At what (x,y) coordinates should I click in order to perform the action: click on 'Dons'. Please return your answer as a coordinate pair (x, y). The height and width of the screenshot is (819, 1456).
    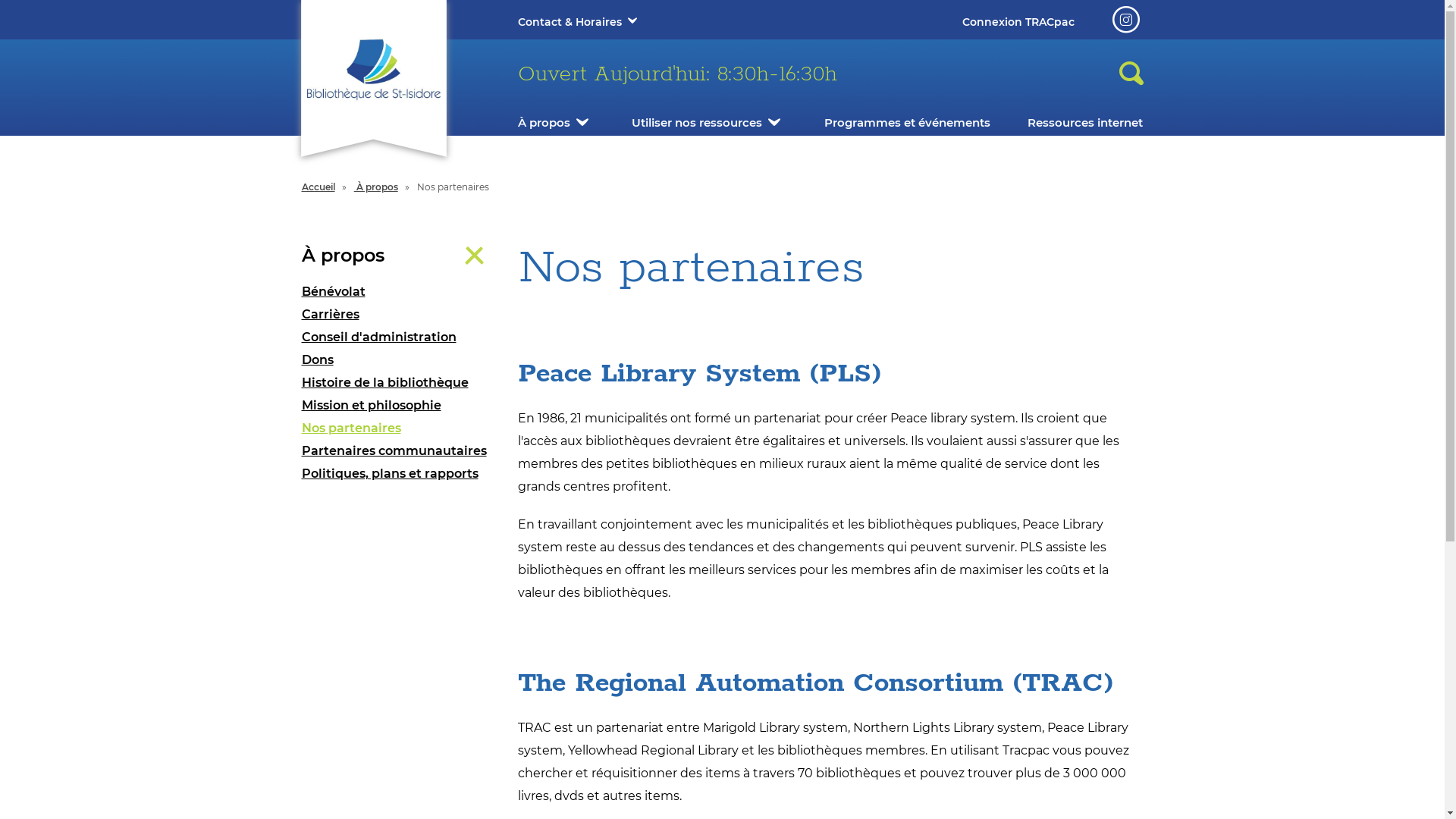
    Looking at the image, I should click on (302, 359).